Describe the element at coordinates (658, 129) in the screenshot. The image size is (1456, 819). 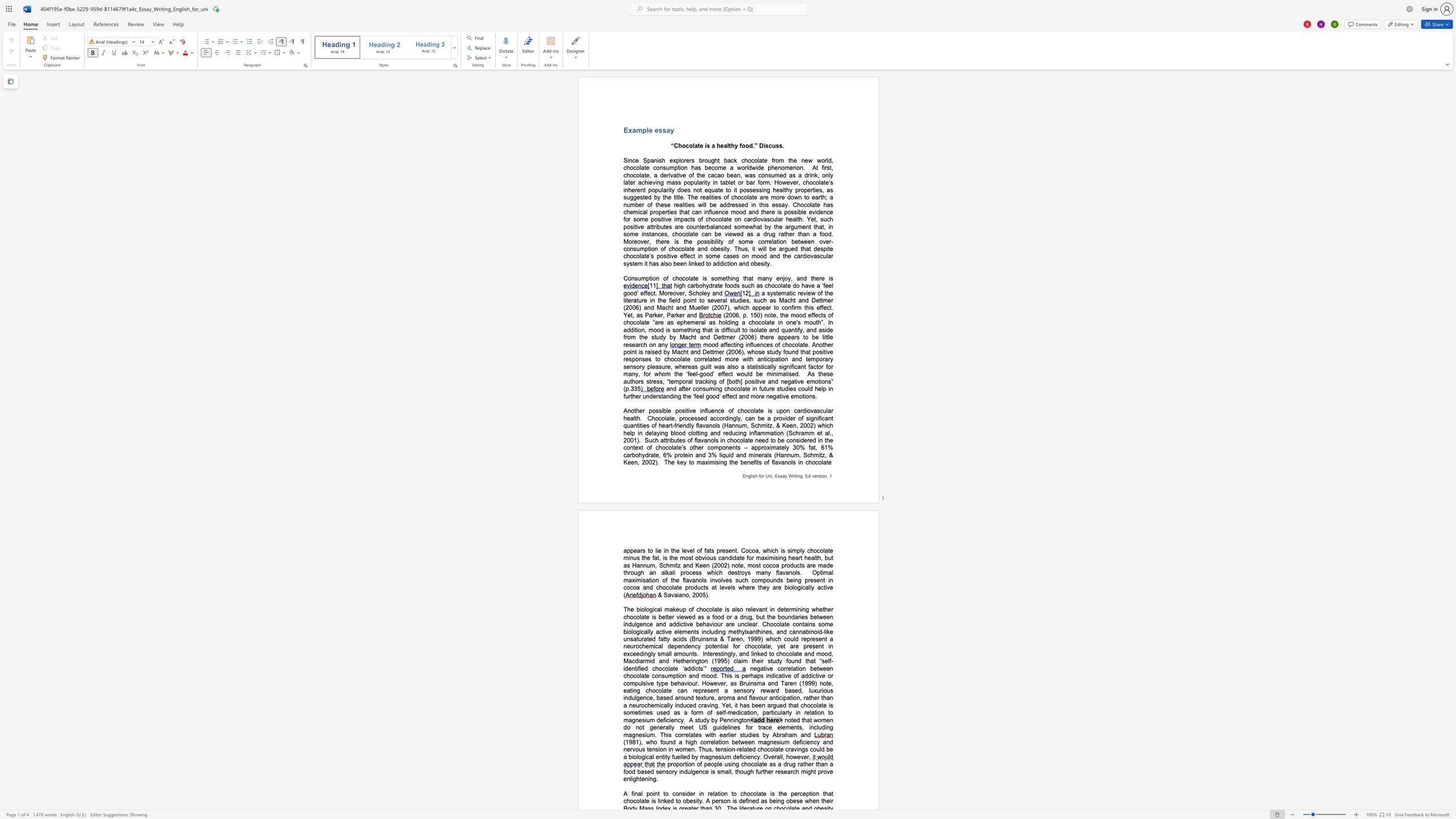
I see `the subset text "ss" within the text "Example essay"` at that location.